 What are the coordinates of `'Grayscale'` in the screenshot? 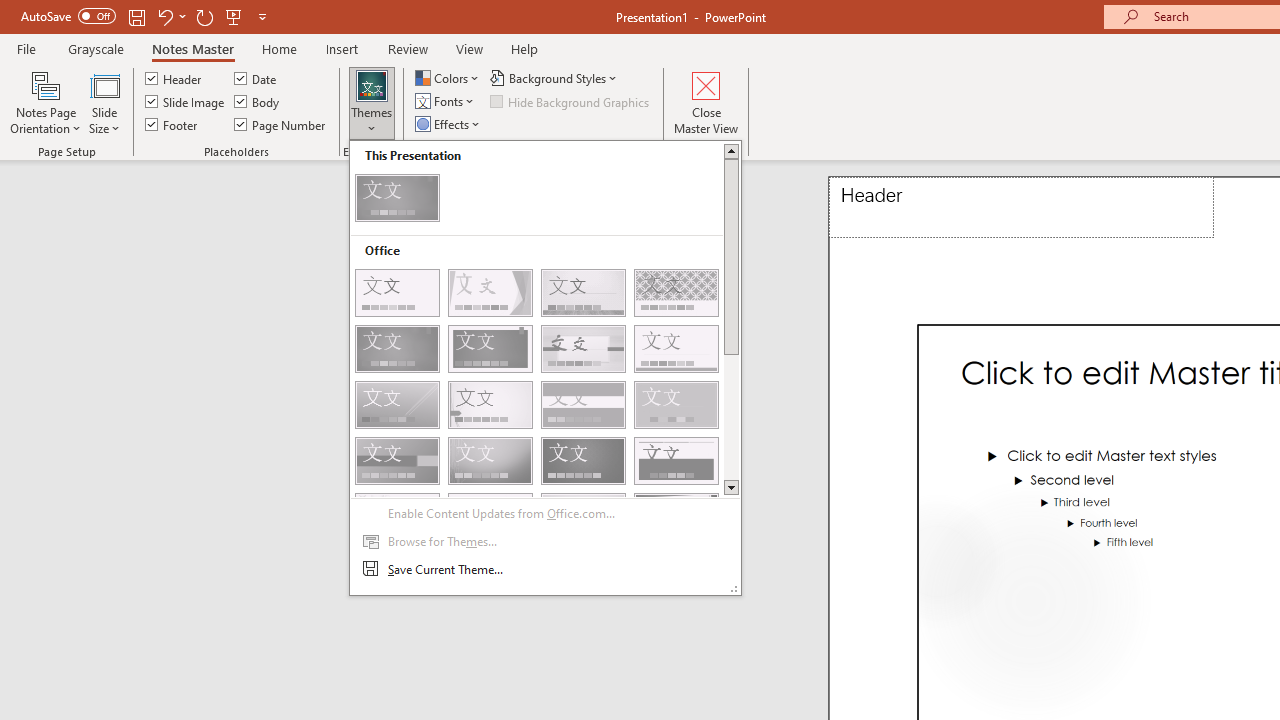 It's located at (95, 48).